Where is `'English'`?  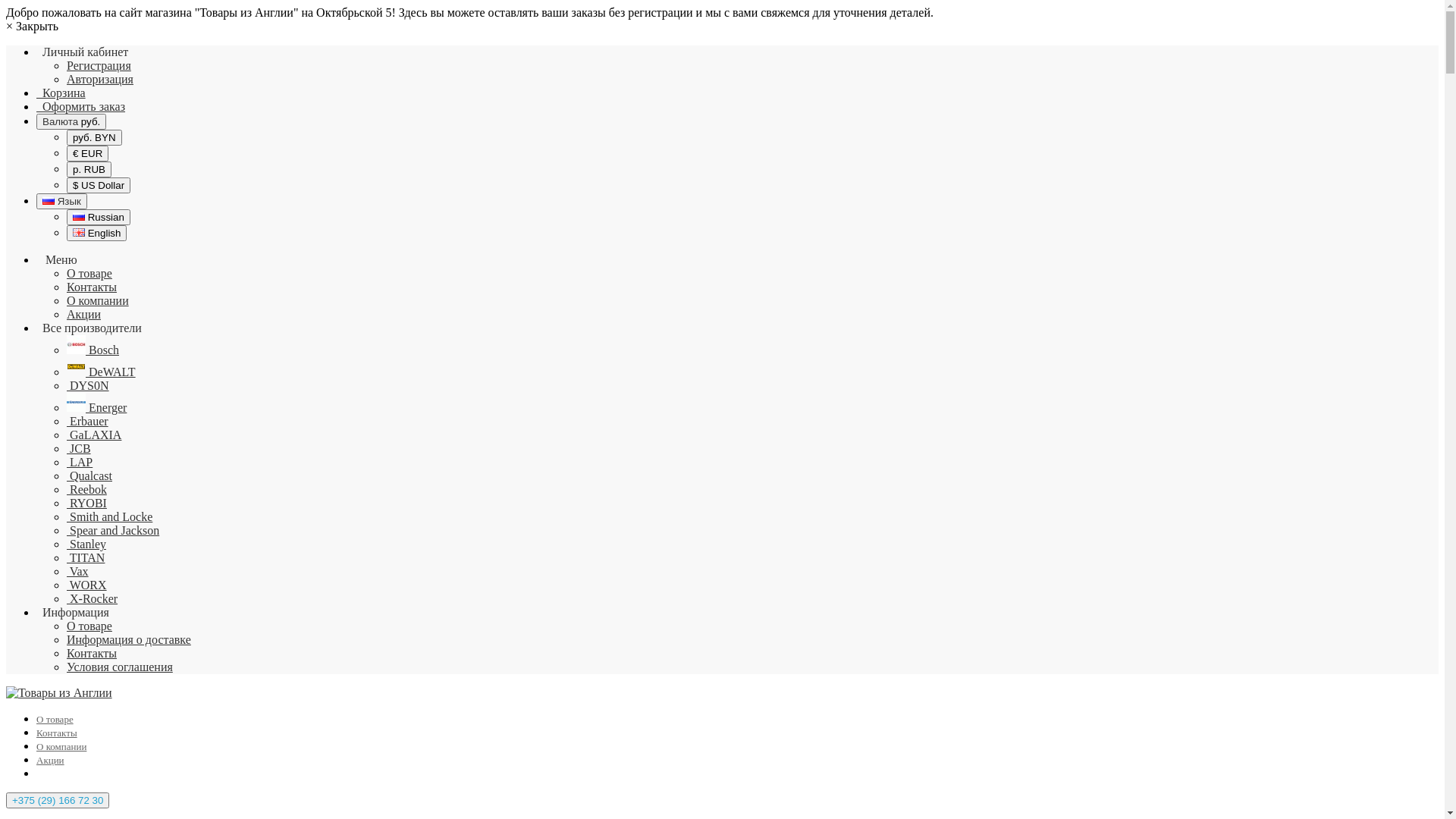
'English' is located at coordinates (96, 233).